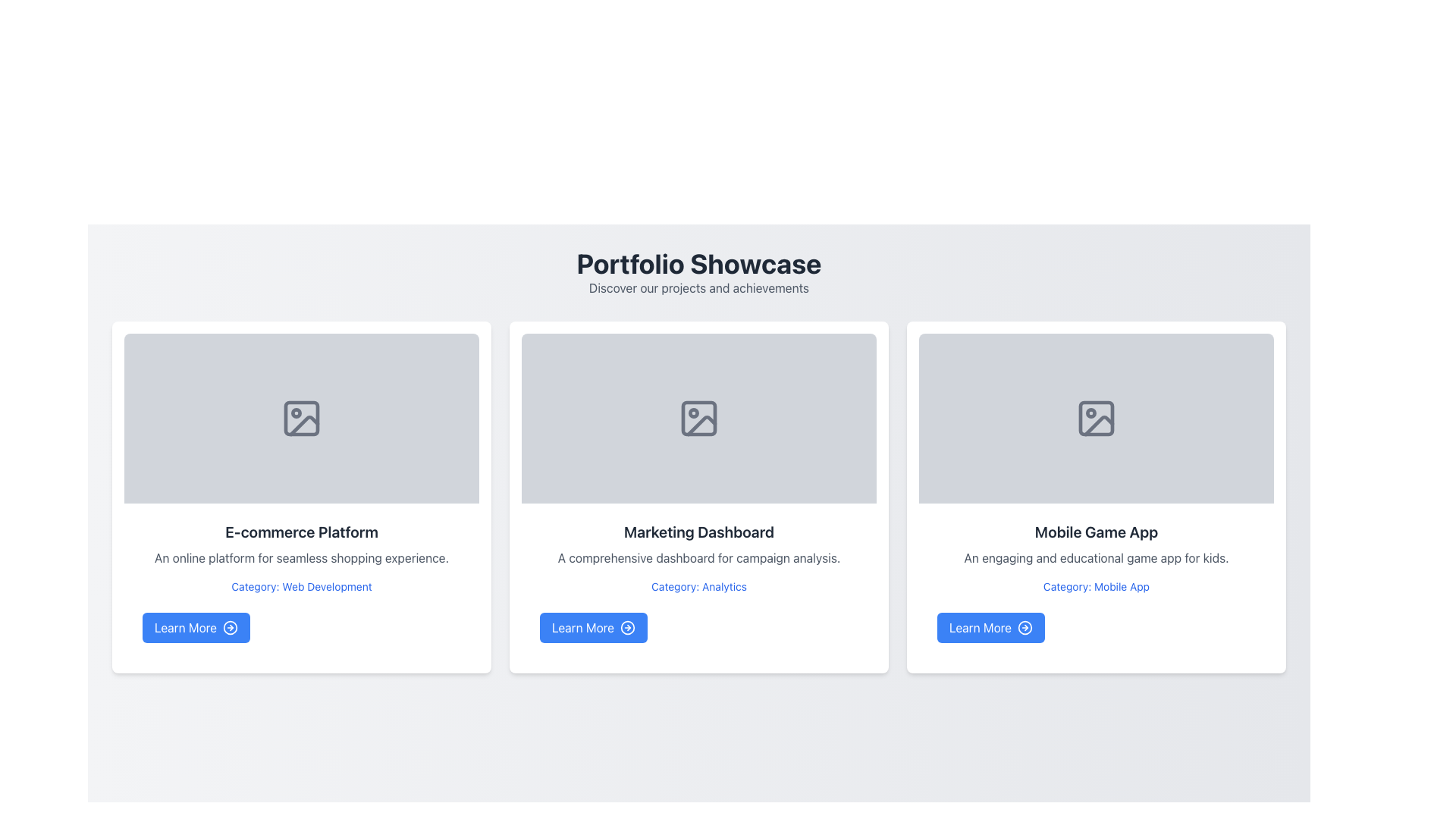 Image resolution: width=1456 pixels, height=819 pixels. What do you see at coordinates (302, 418) in the screenshot?
I see `the Image Placeholder located at the top section of the leftmost card, which is above the text 'E-commerce Platform'` at bounding box center [302, 418].